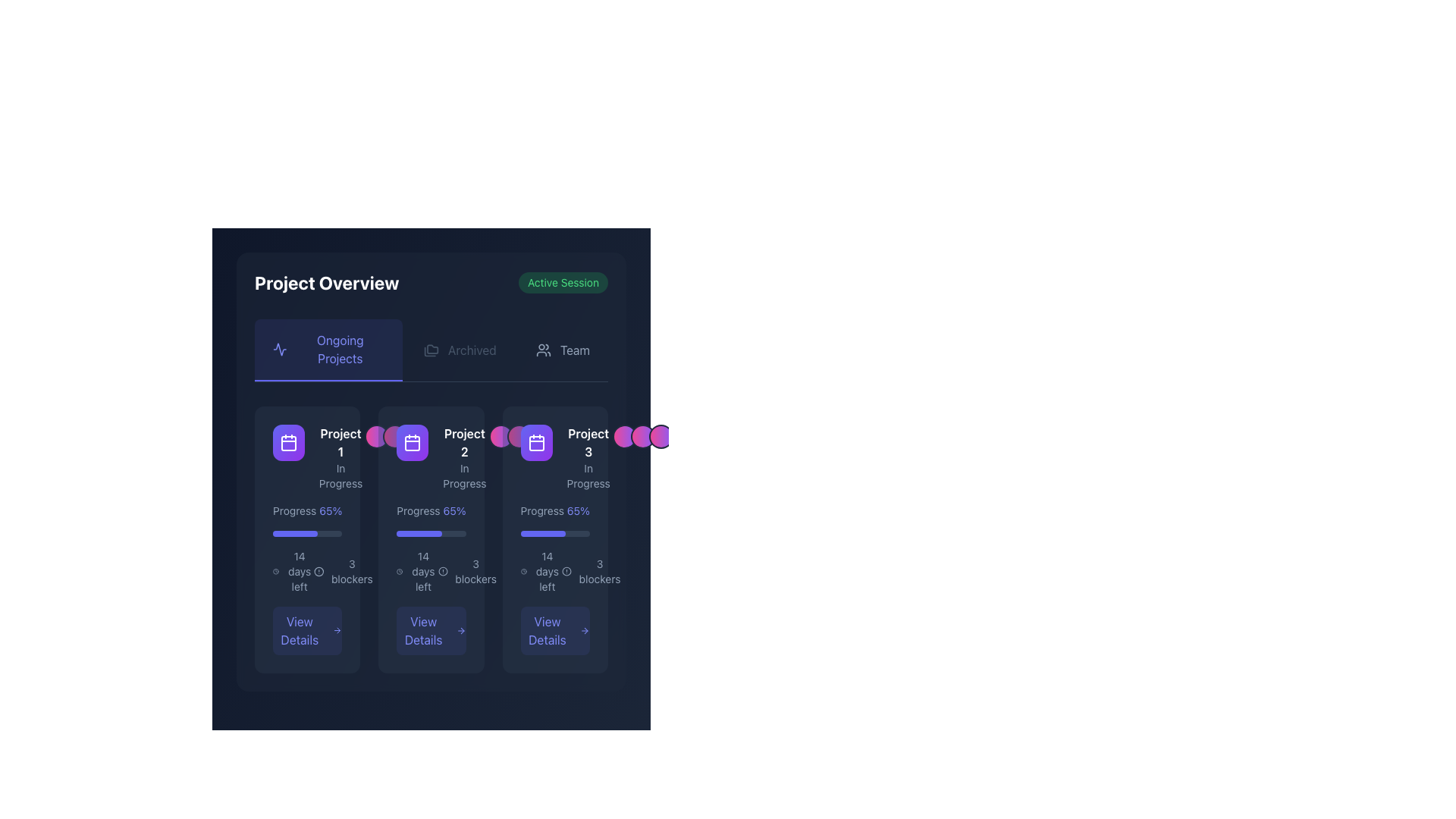  What do you see at coordinates (395, 436) in the screenshot?
I see `the view on the Avatar group consisting of three circular avatars with a gradient background, located within the 'Project 2' card in the 'Ongoing Projects' section` at bounding box center [395, 436].